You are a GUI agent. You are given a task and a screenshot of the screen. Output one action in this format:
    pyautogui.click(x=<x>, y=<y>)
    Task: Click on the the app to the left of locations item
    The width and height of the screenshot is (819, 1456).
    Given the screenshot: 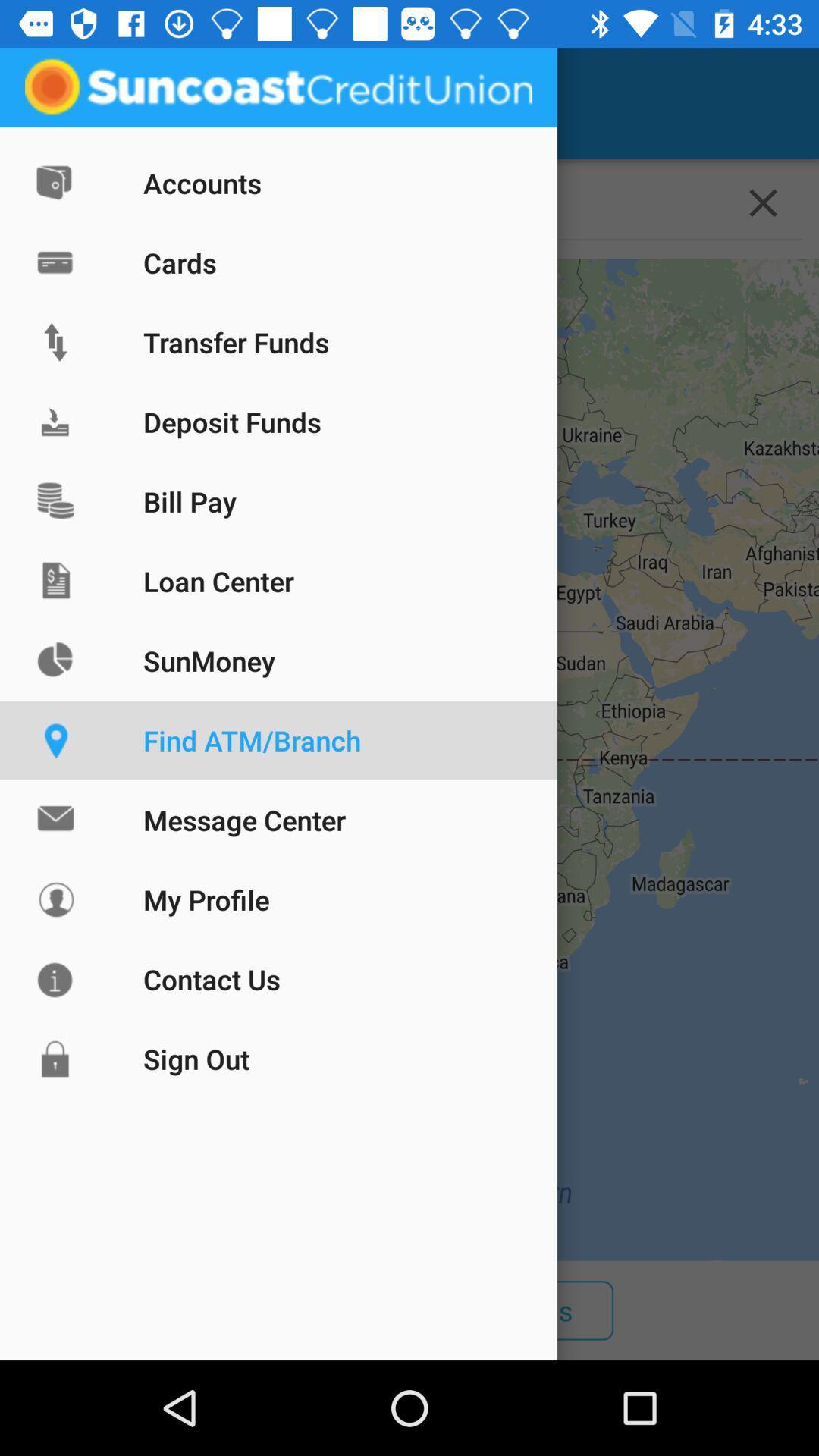 What is the action you would take?
    pyautogui.click(x=55, y=102)
    